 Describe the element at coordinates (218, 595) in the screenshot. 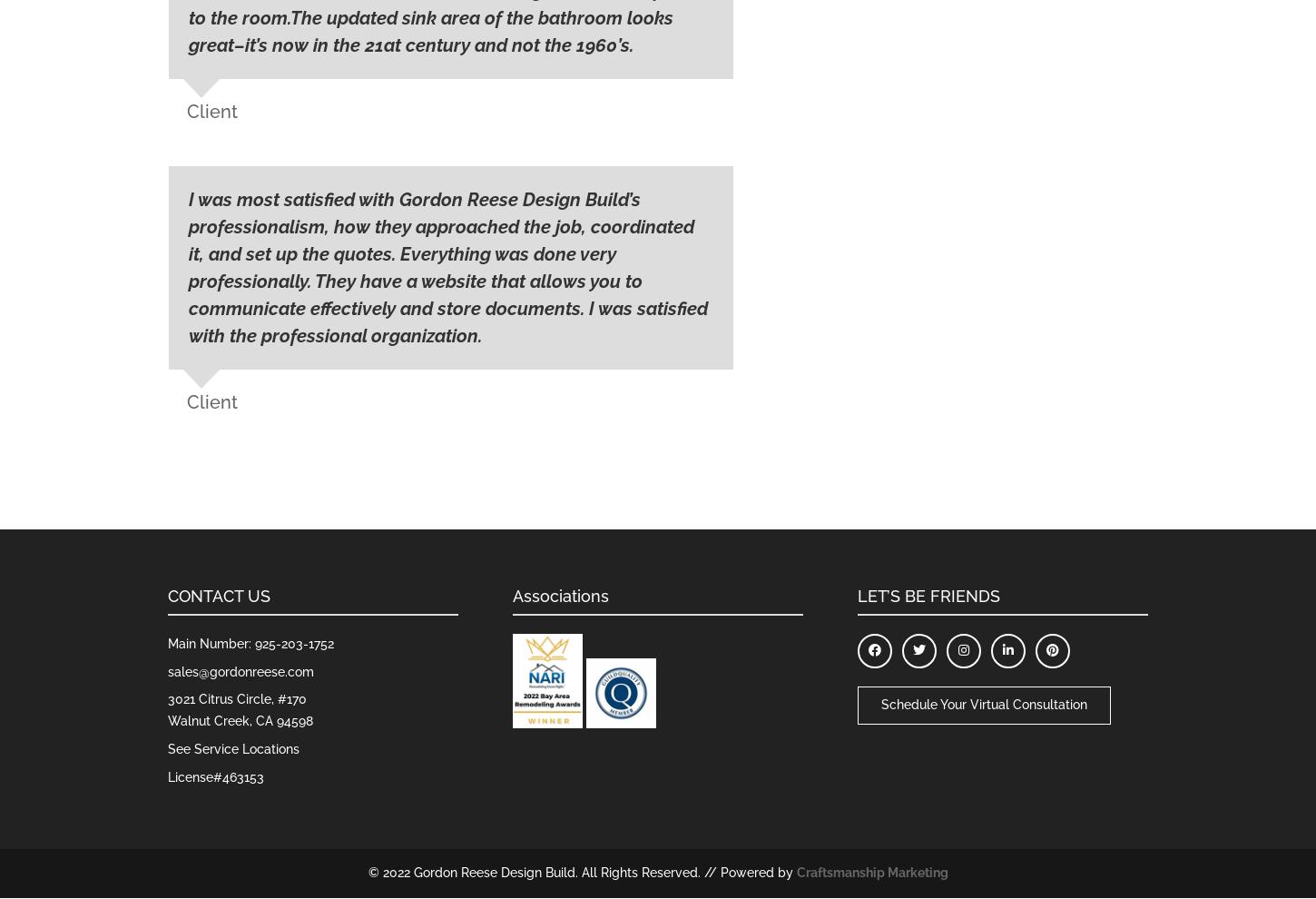

I see `'CONTACT US'` at that location.